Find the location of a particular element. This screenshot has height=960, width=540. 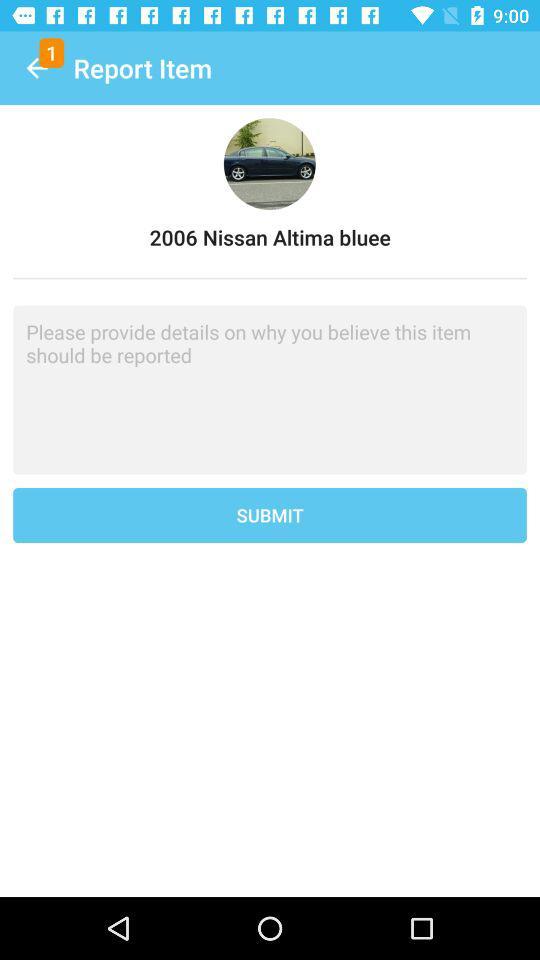

the submit icon is located at coordinates (270, 514).